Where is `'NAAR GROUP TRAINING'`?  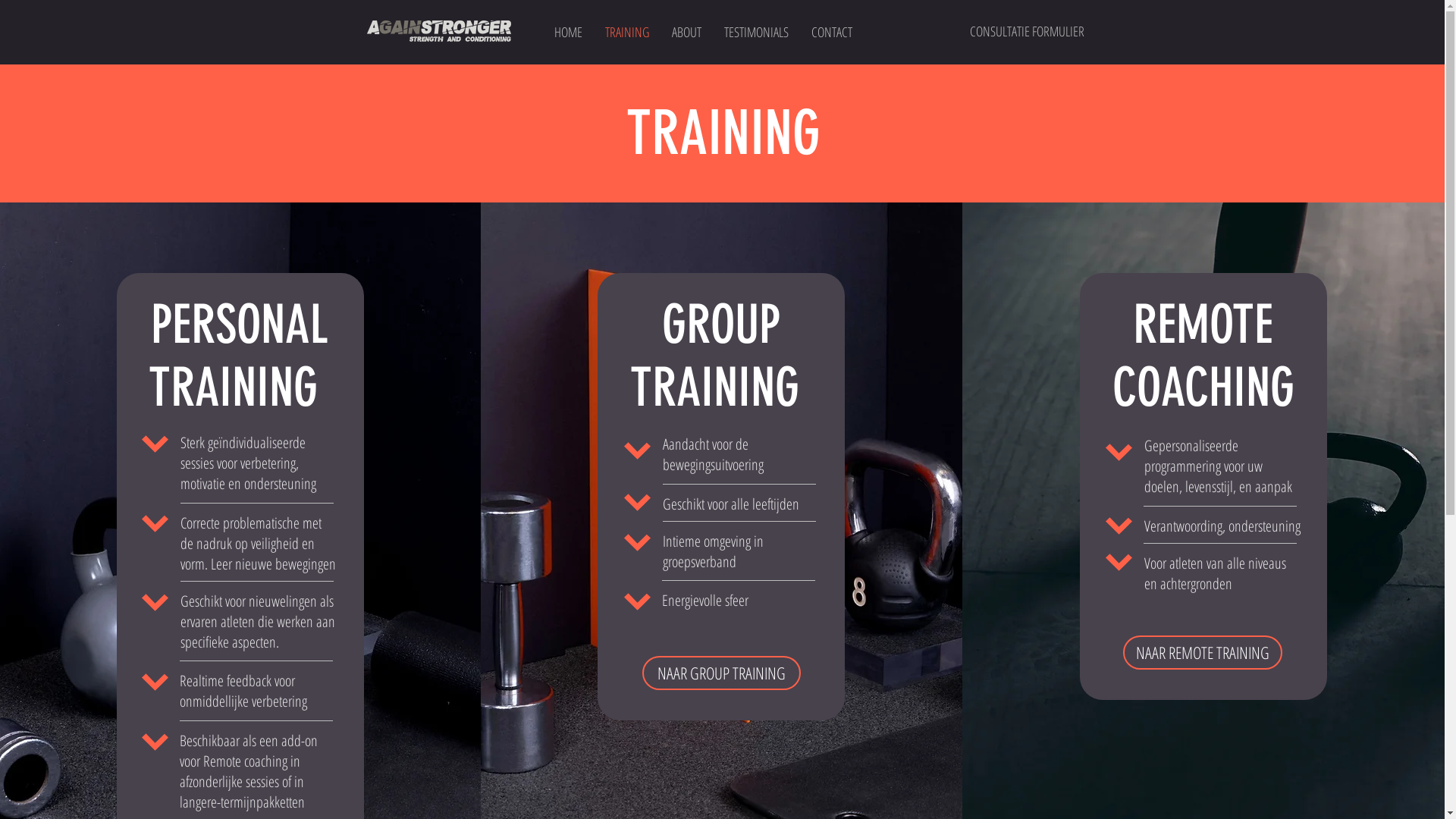 'NAAR GROUP TRAINING' is located at coordinates (720, 672).